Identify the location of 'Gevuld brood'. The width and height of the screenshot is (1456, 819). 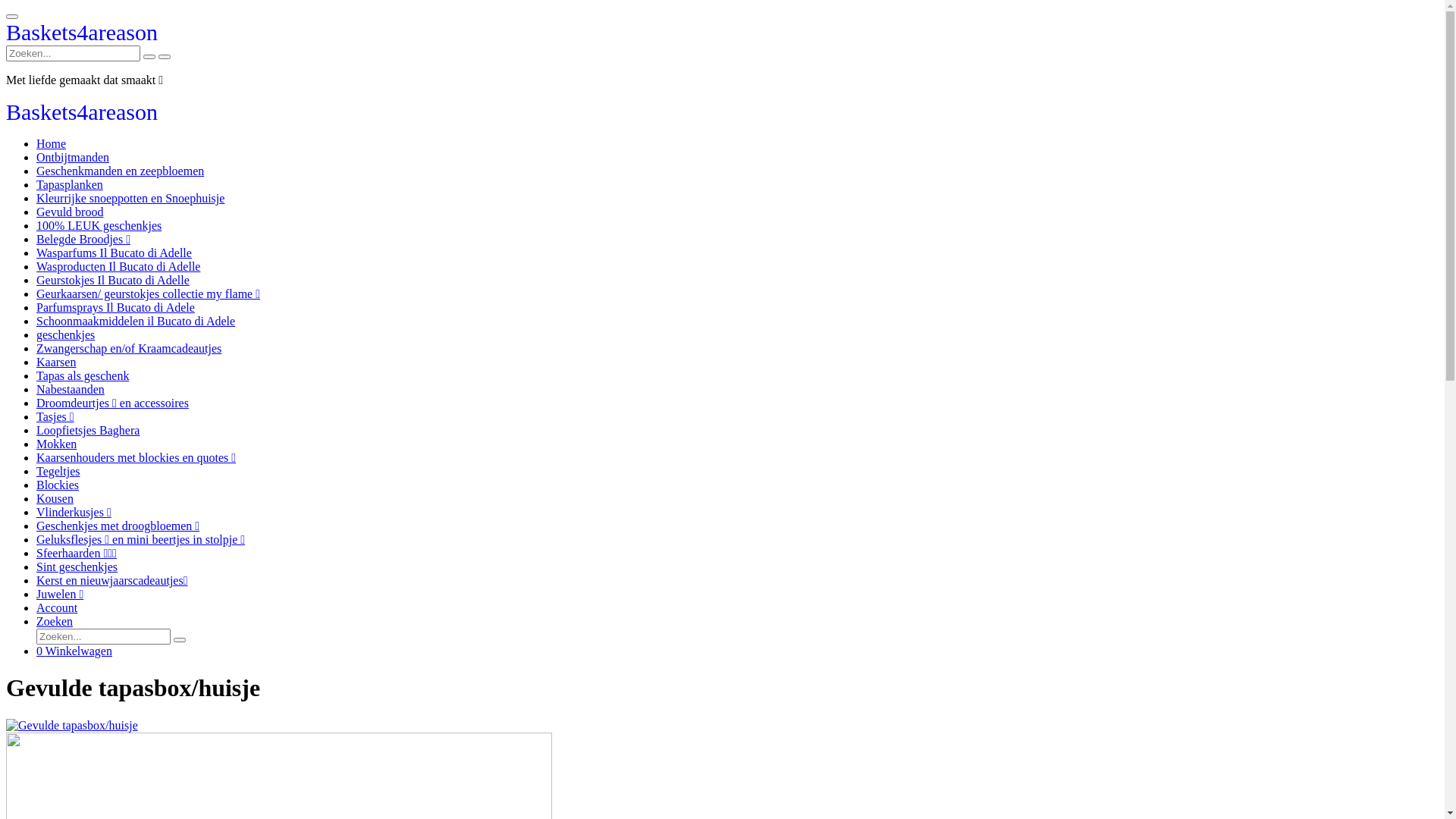
(68, 212).